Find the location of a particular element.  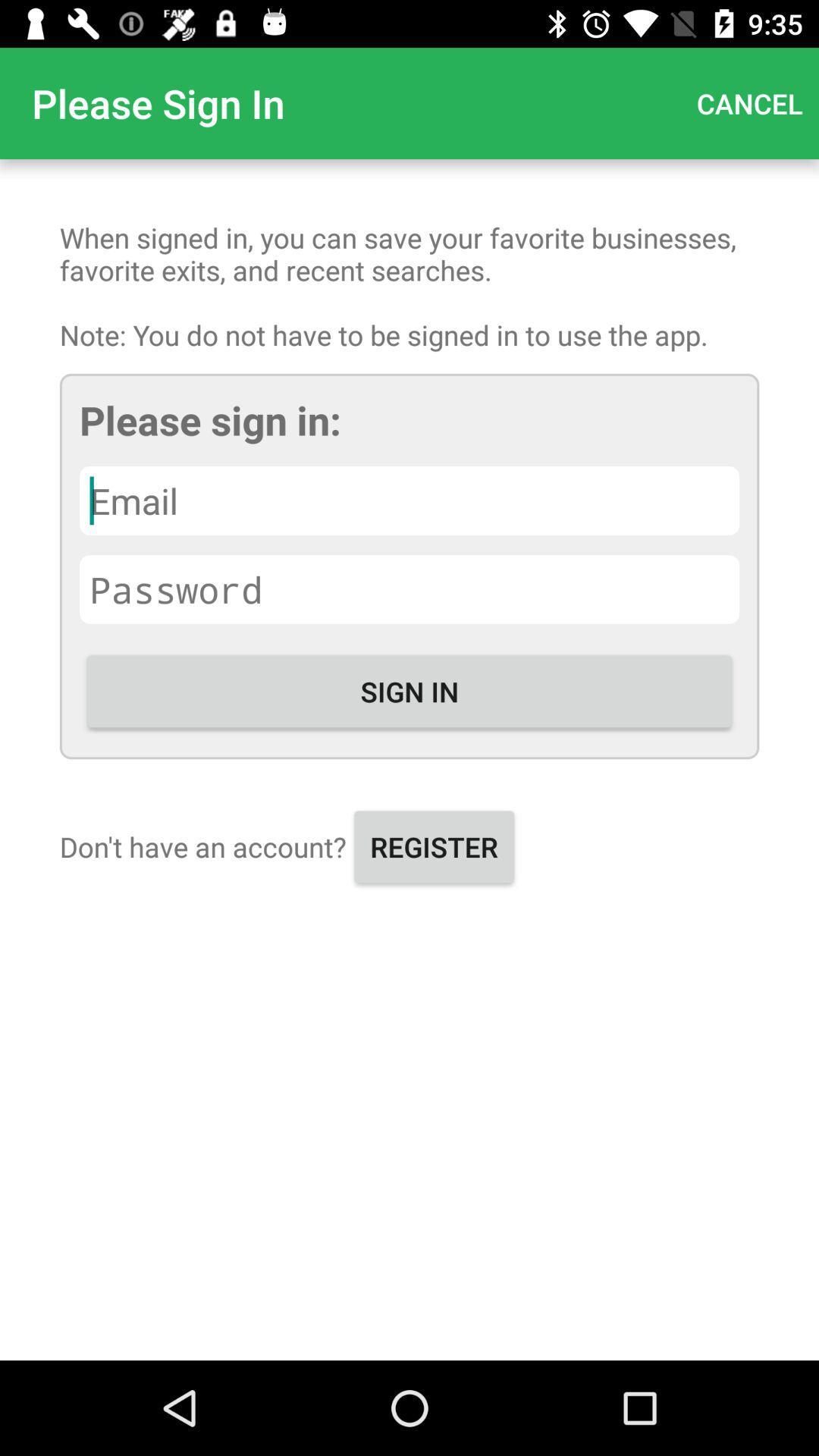

the register is located at coordinates (434, 846).